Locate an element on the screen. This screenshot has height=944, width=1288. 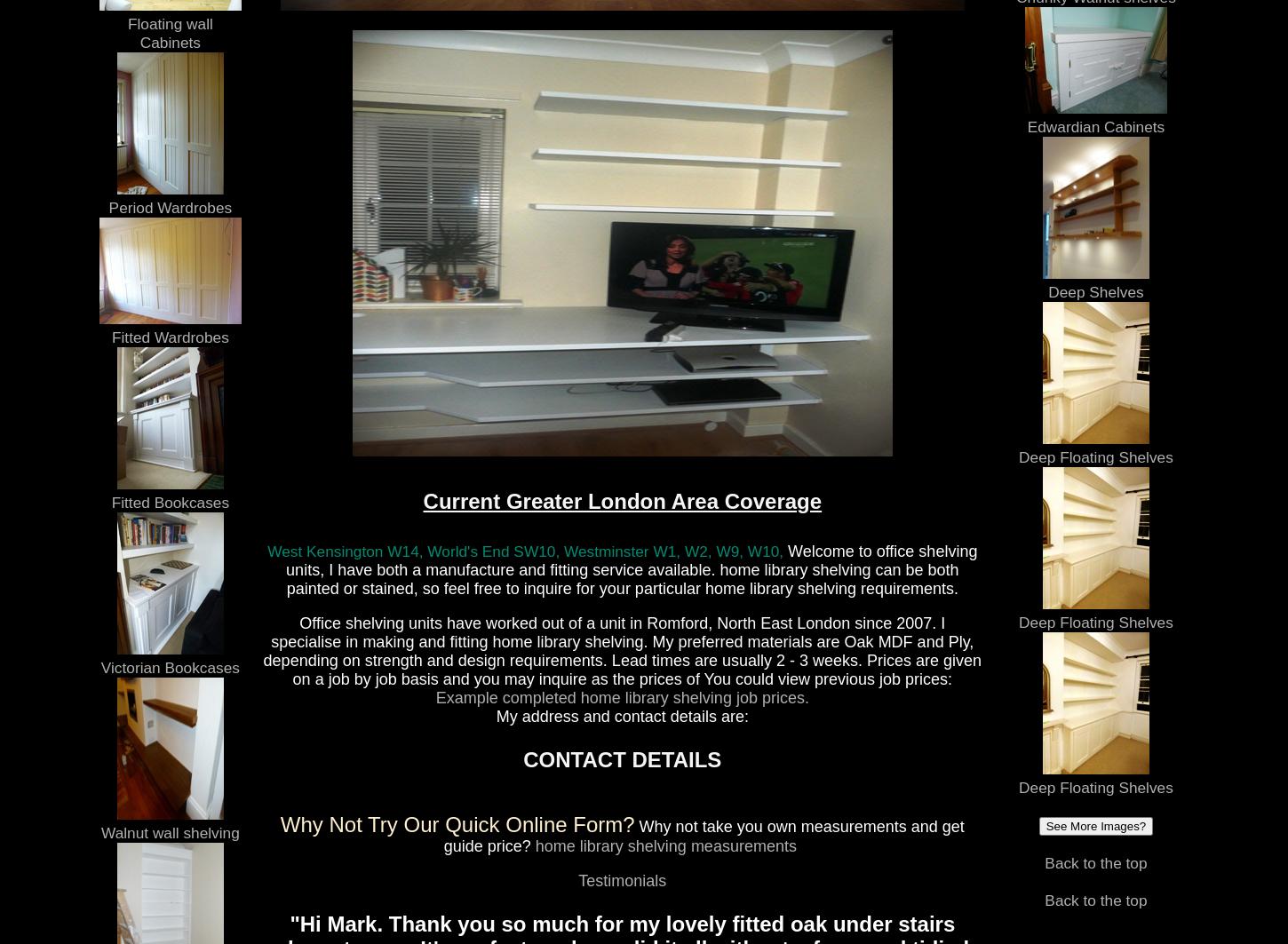
'home library shelving measurements' is located at coordinates (665, 845).